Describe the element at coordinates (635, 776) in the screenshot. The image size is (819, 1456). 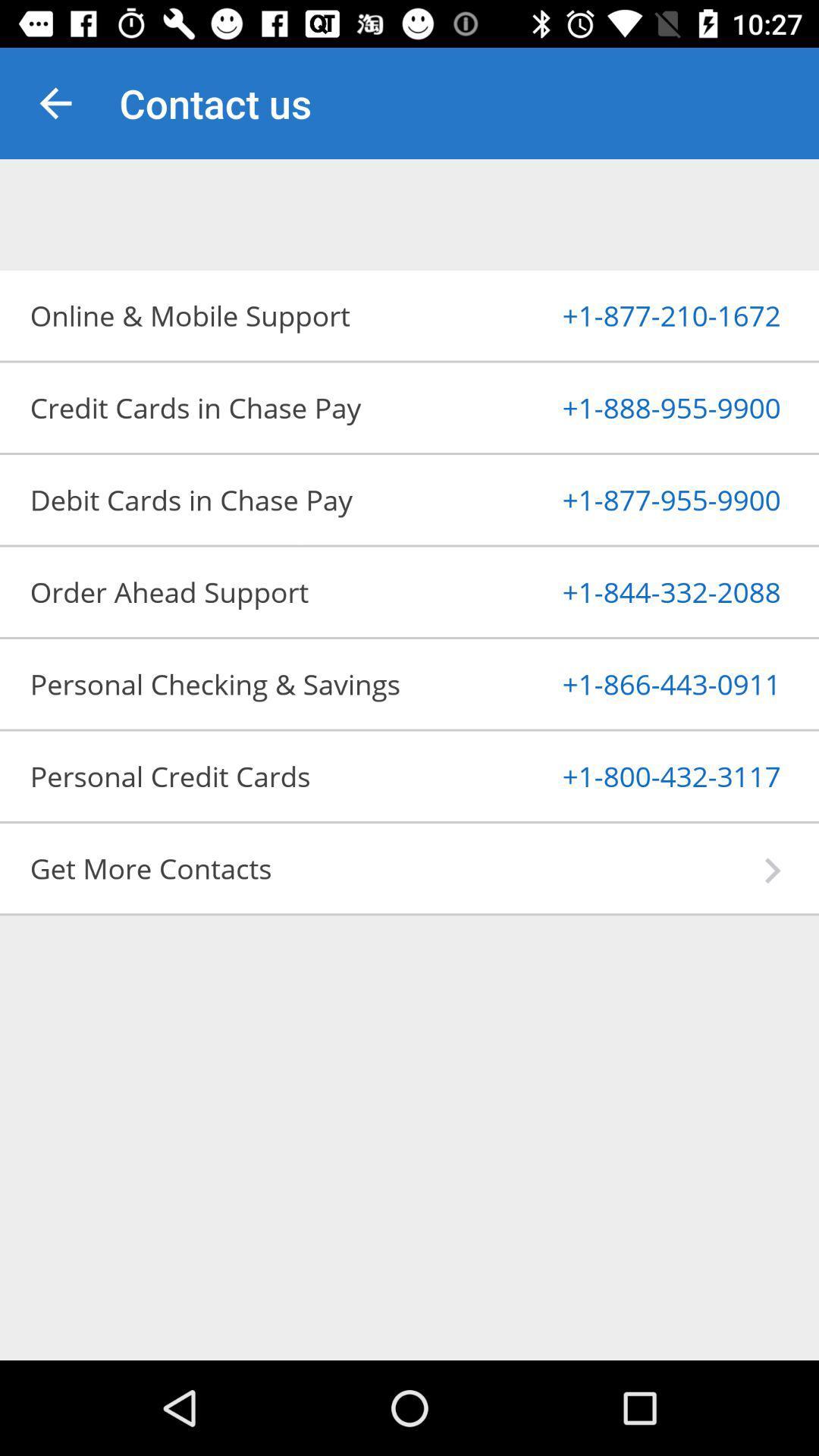
I see `icon to the right of personal credit cards icon` at that location.